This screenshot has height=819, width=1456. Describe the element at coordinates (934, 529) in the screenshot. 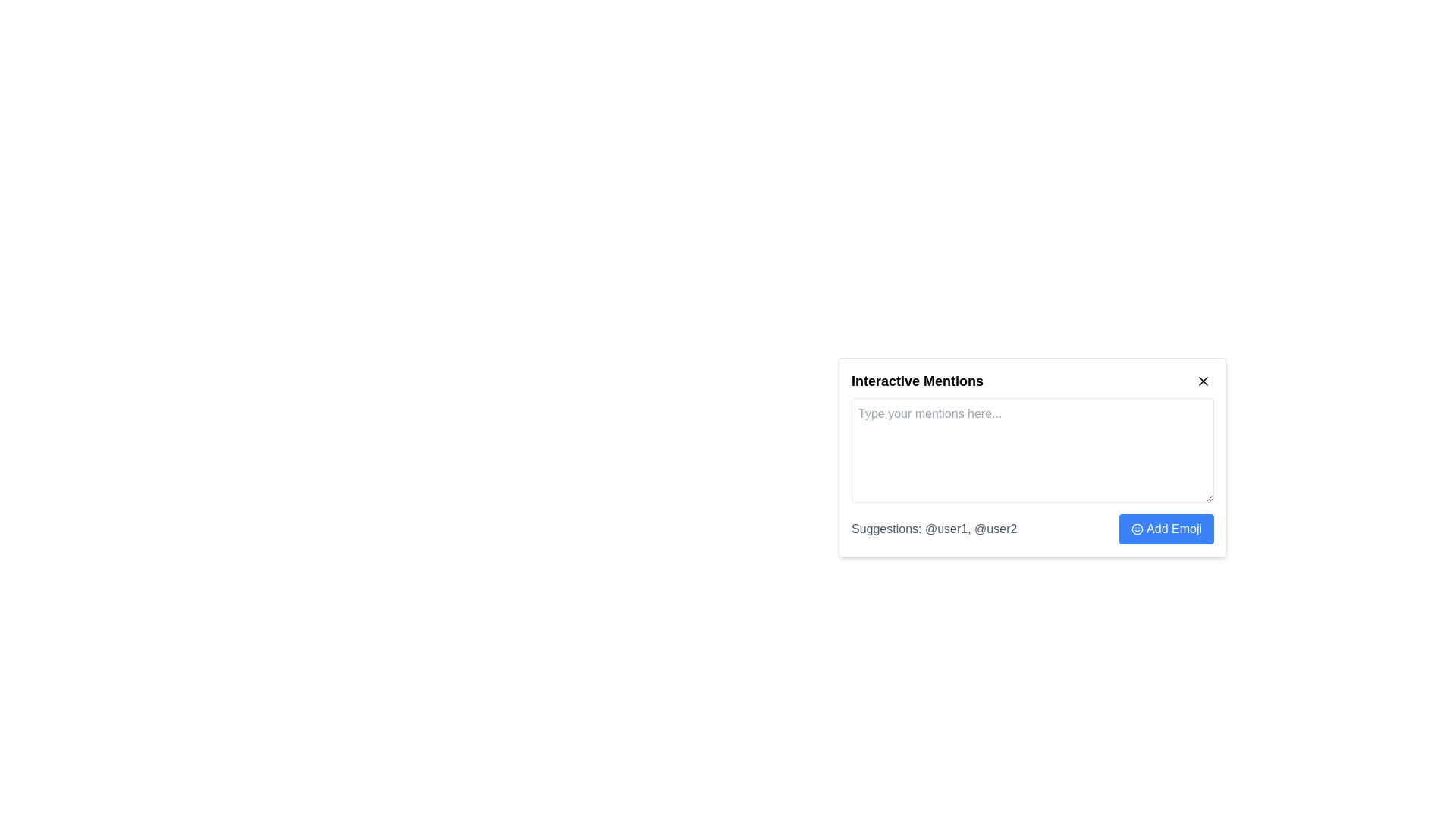

I see `the text label that displays 'Suggestions: @user1, @user2', located near the bottom-left corner of the suggestion panel, to the left of the 'Add Emoji' button` at that location.